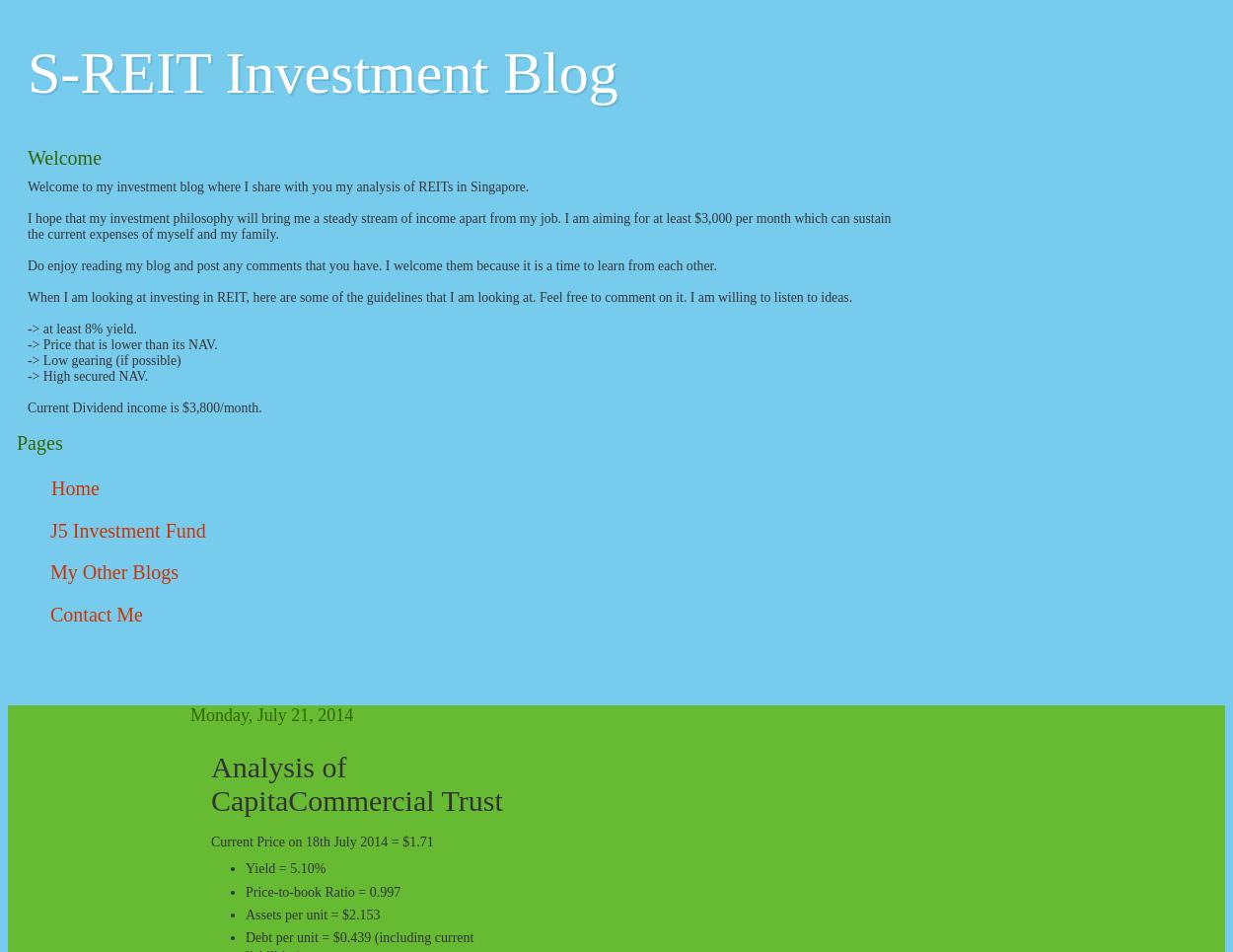 This screenshot has width=1233, height=952. I want to click on 'S-REIT Investment Blog', so click(322, 73).